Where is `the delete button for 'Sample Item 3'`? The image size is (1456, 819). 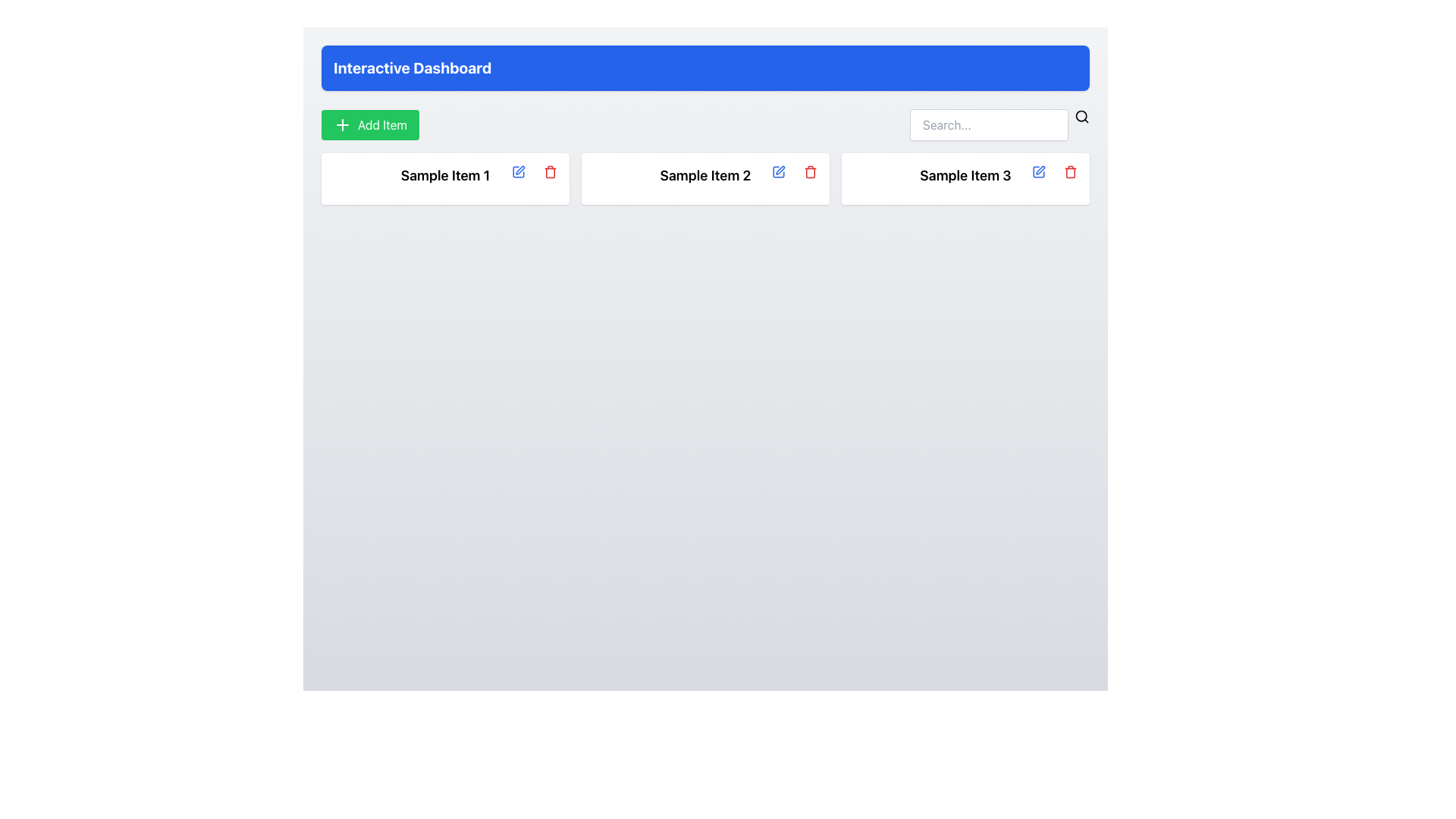 the delete button for 'Sample Item 3' is located at coordinates (1069, 171).